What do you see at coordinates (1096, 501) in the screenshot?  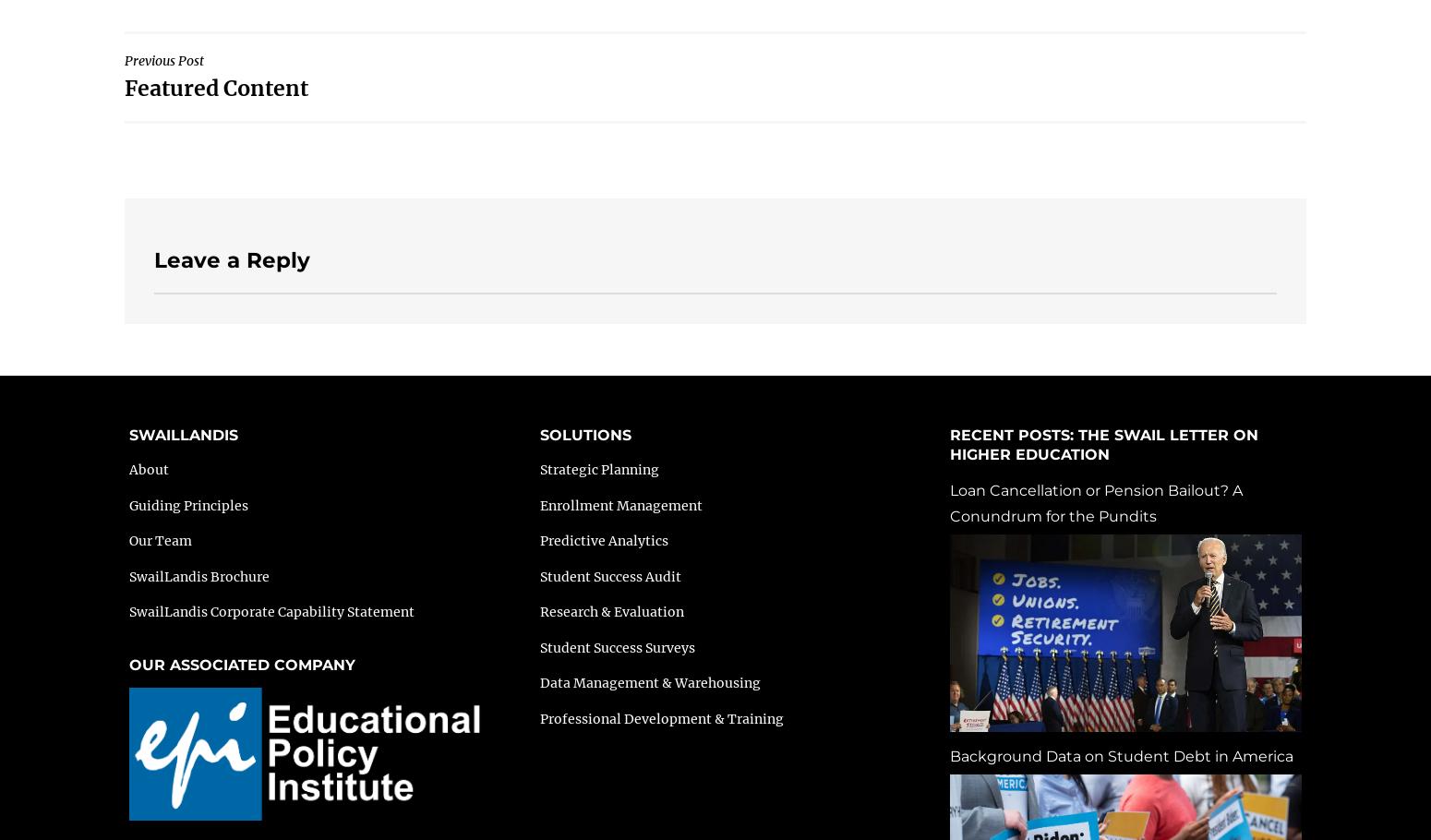 I see `'Loan Cancellation or Pension Bailout? A Conundrum for the Pundits'` at bounding box center [1096, 501].